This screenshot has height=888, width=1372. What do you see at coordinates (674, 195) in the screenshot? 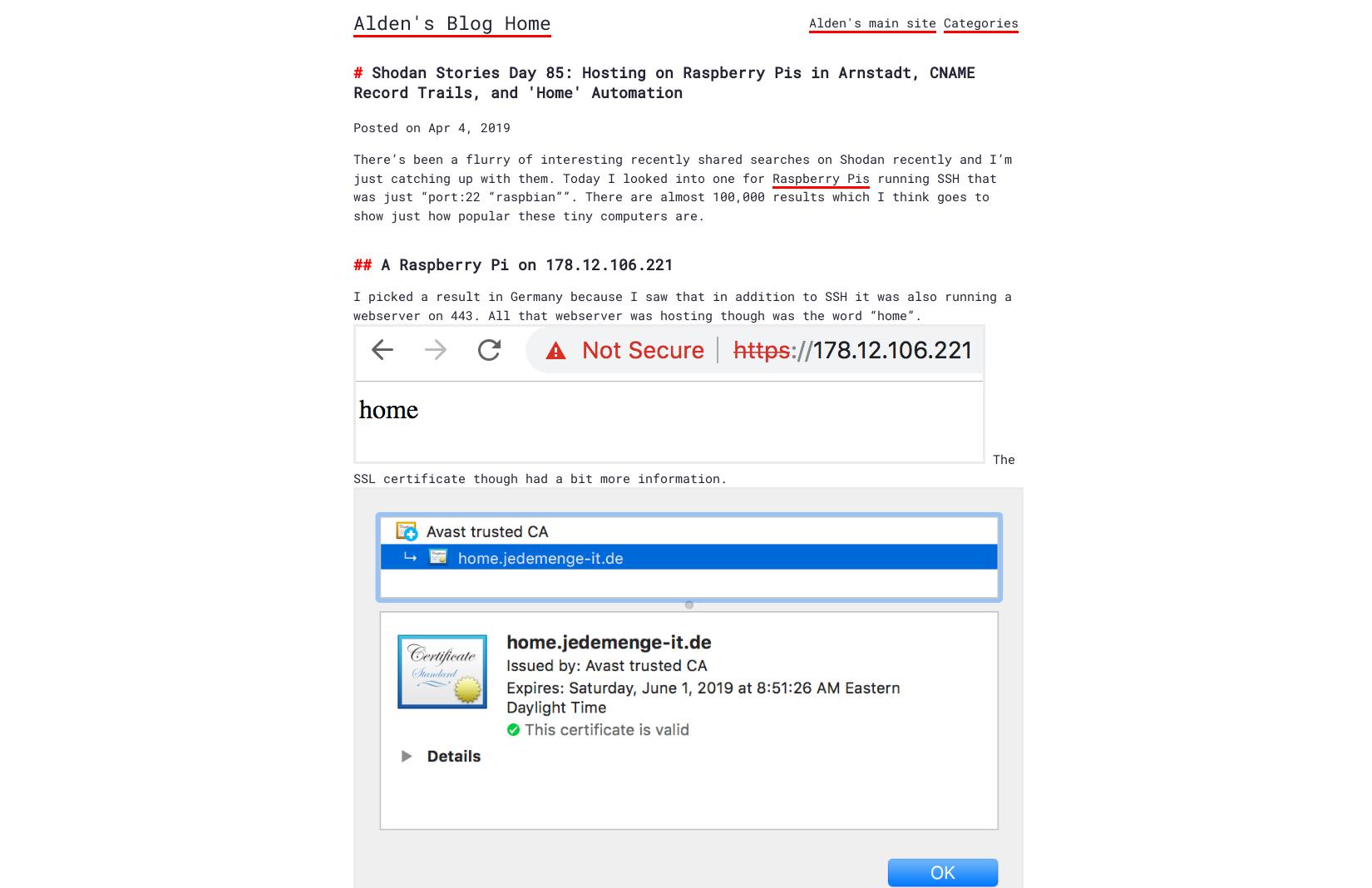
I see `'running SSH that was just “port:22 “raspbian””. There are almost 100,000 results which I think goes to show just how popular these tiny computers are.'` at bounding box center [674, 195].